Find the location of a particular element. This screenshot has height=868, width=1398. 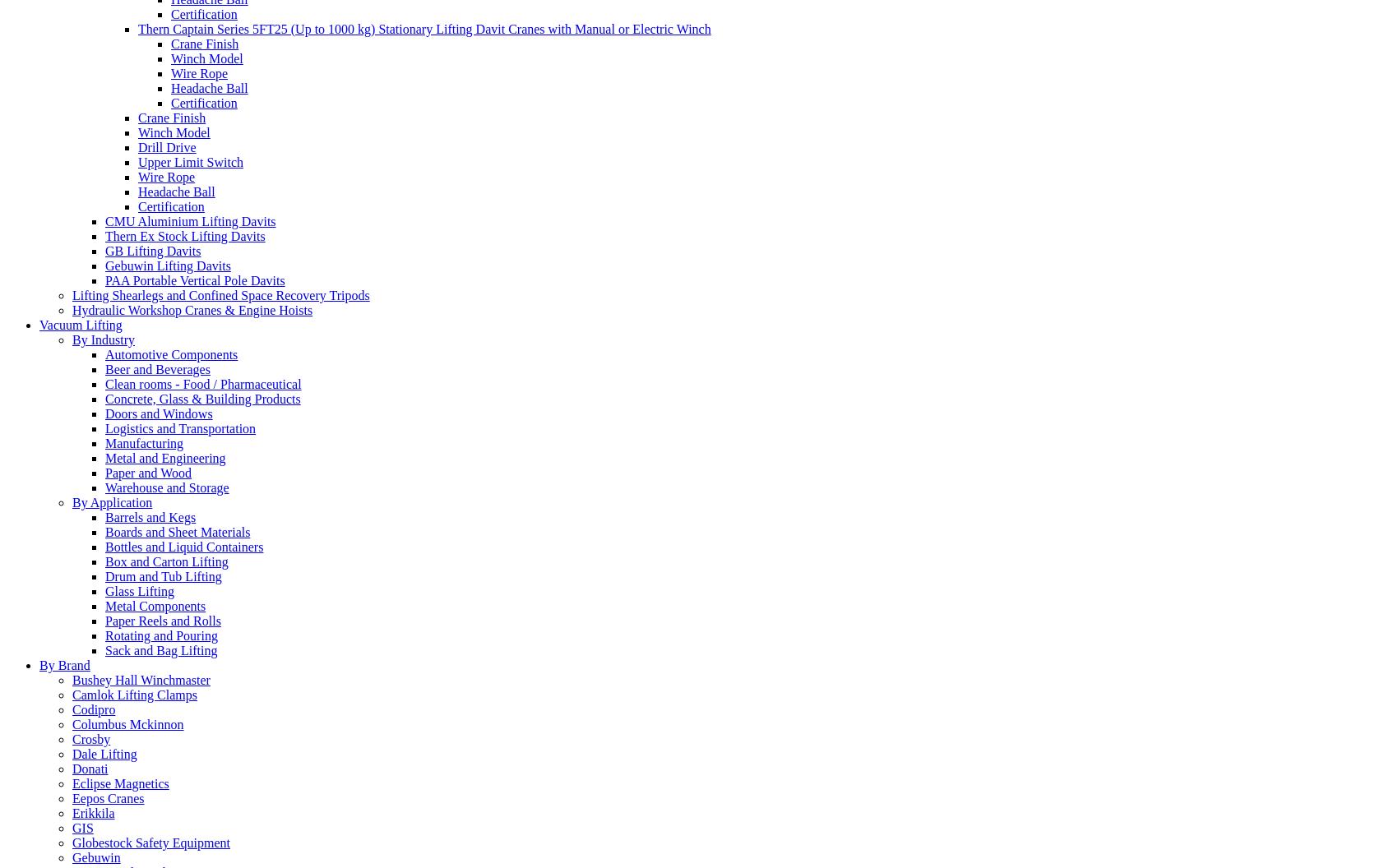

'Warehouse and Storage' is located at coordinates (165, 487).